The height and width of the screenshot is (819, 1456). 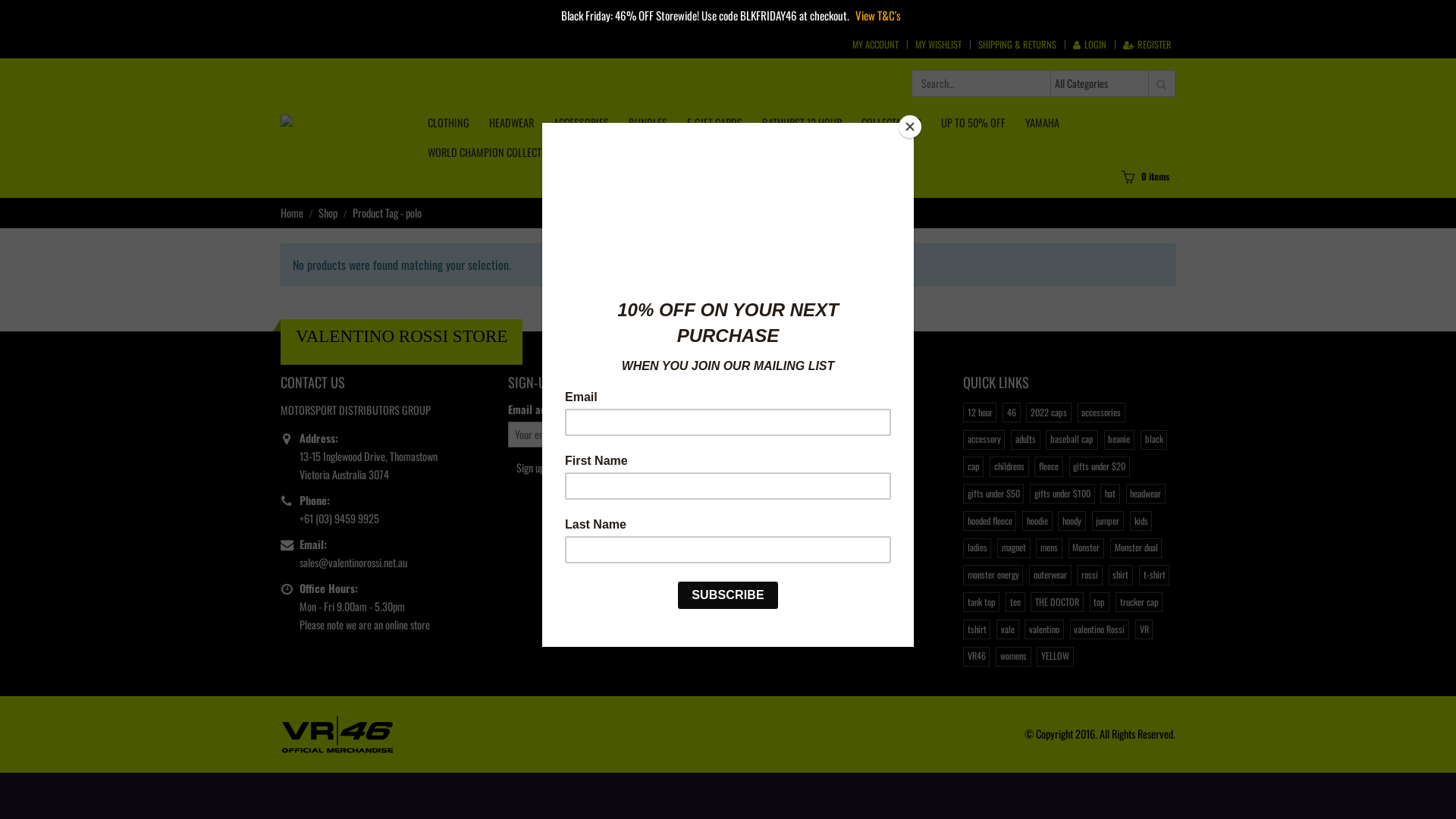 I want to click on 'magnet', so click(x=1013, y=548).